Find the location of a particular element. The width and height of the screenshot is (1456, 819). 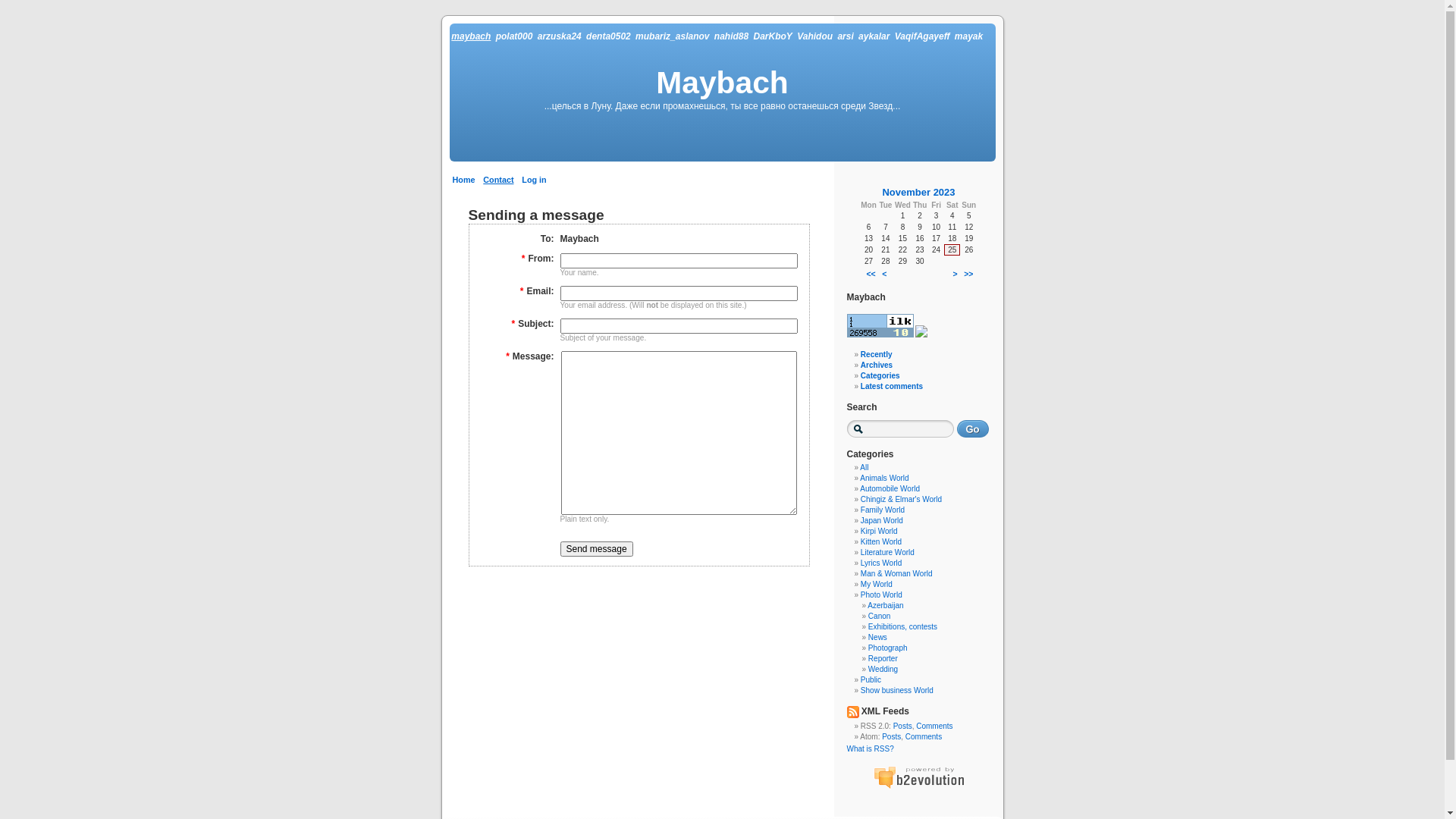

'XML Feed' is located at coordinates (846, 711).